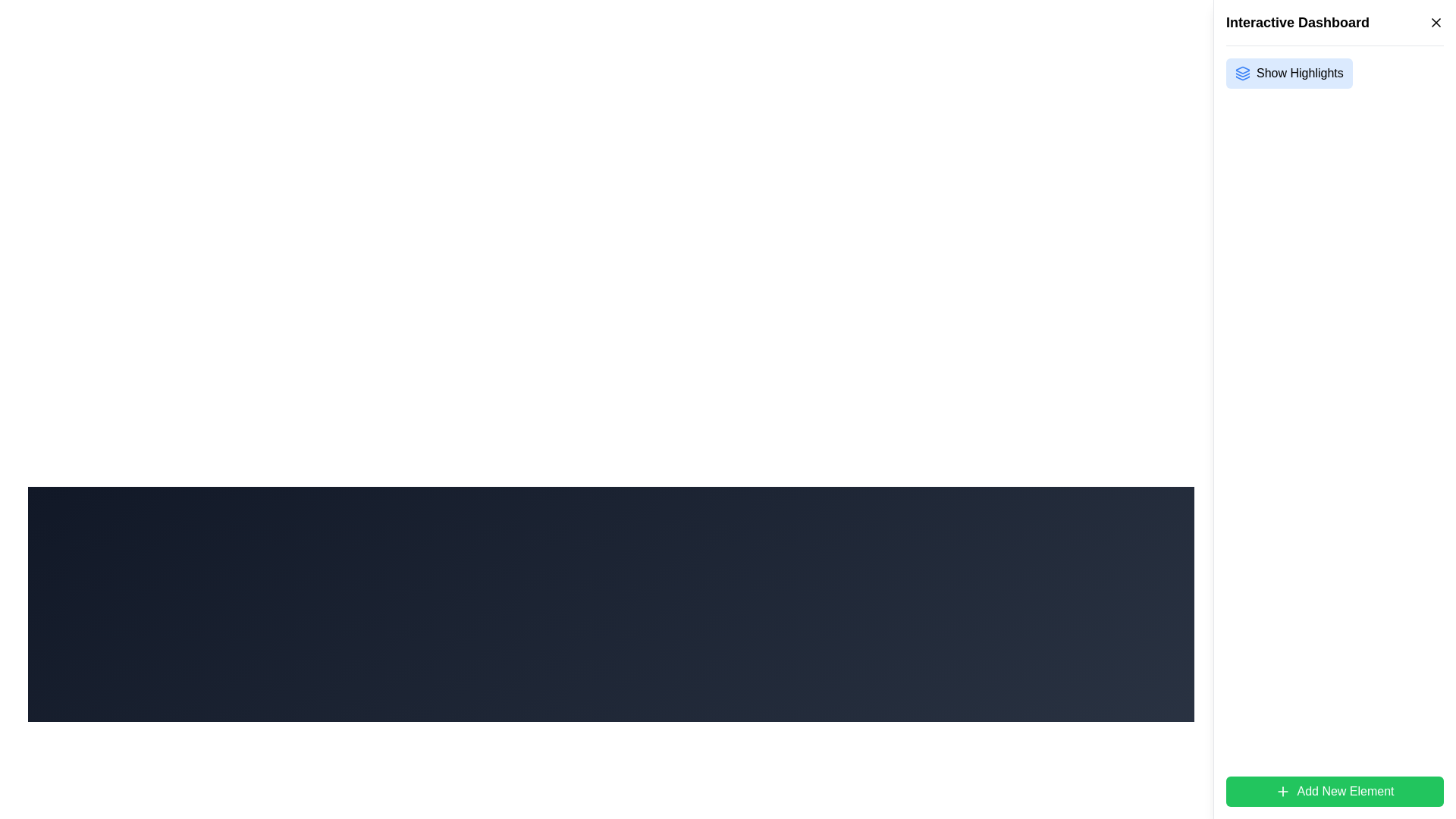  What do you see at coordinates (1242, 73) in the screenshot?
I see `the small blue icon resembling layered shapes that is part of the 'Show Highlights' button, positioned to the left of the text` at bounding box center [1242, 73].